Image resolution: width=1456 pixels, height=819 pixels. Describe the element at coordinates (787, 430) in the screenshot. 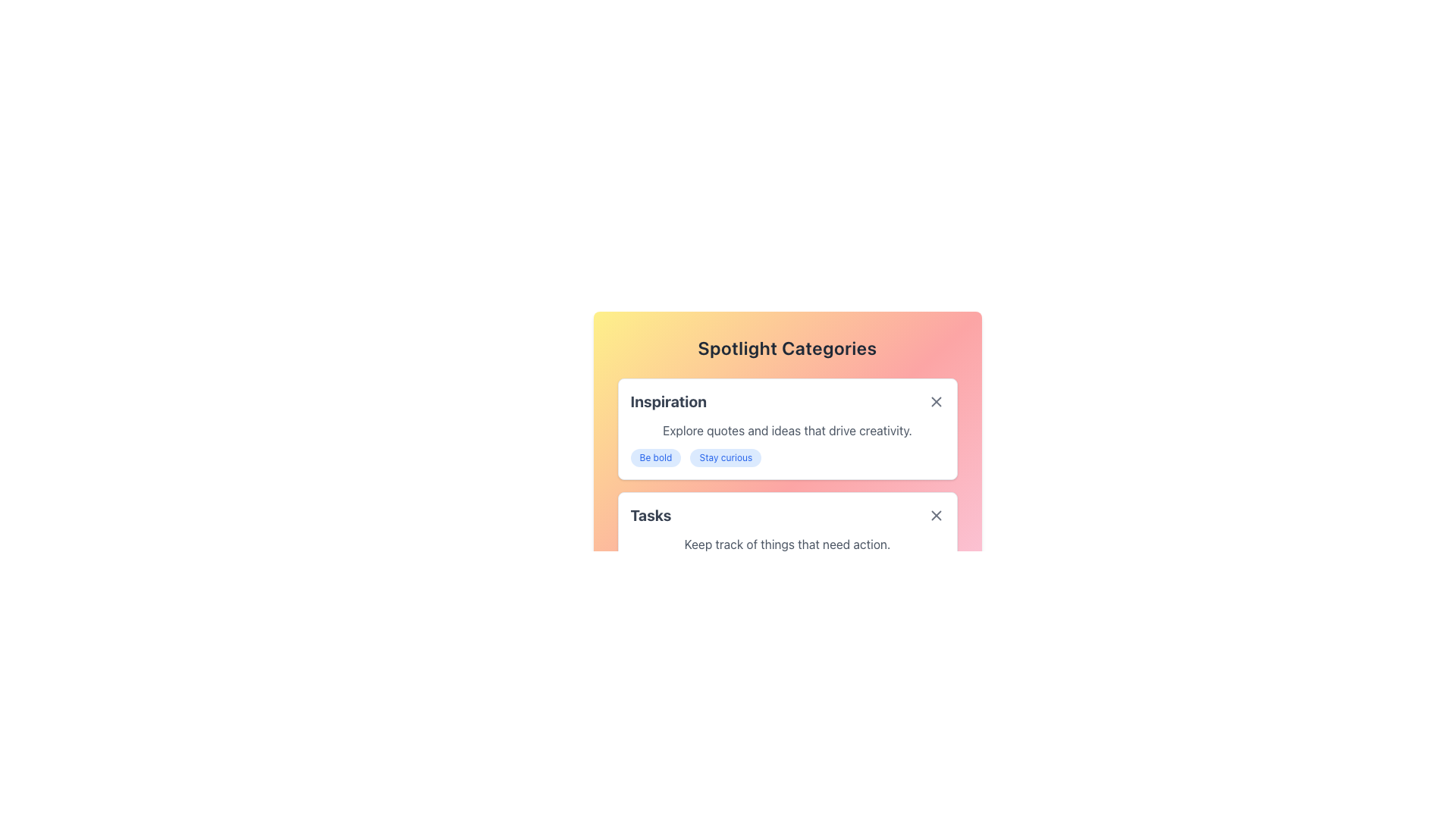

I see `the text element reading 'Explore quotes and ideas that drive creativity.' located in the middle section of the 'Inspiration' card, positioned below the title 'Inspiration'` at that location.